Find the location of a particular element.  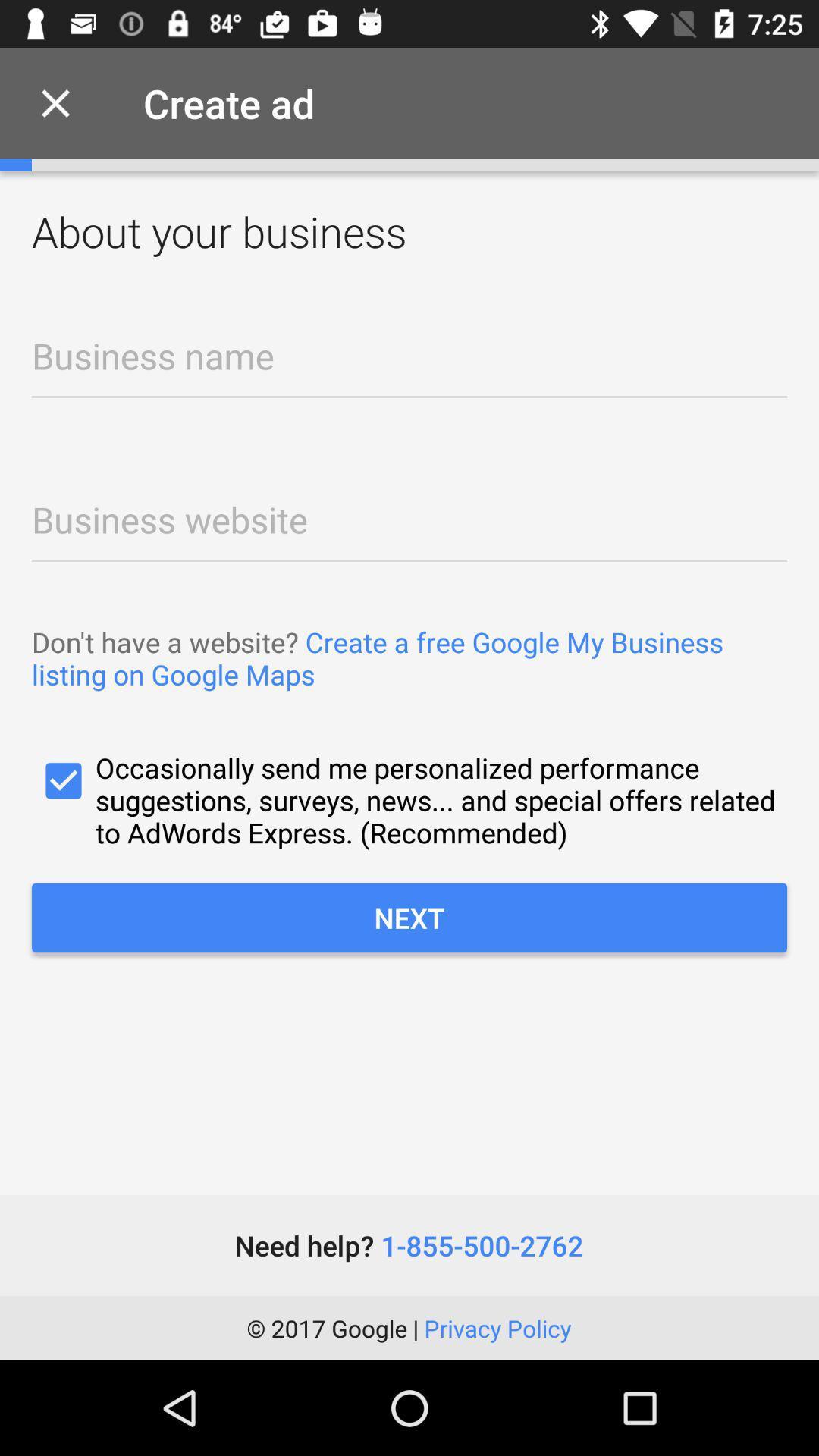

the occasionally send me icon is located at coordinates (409, 799).